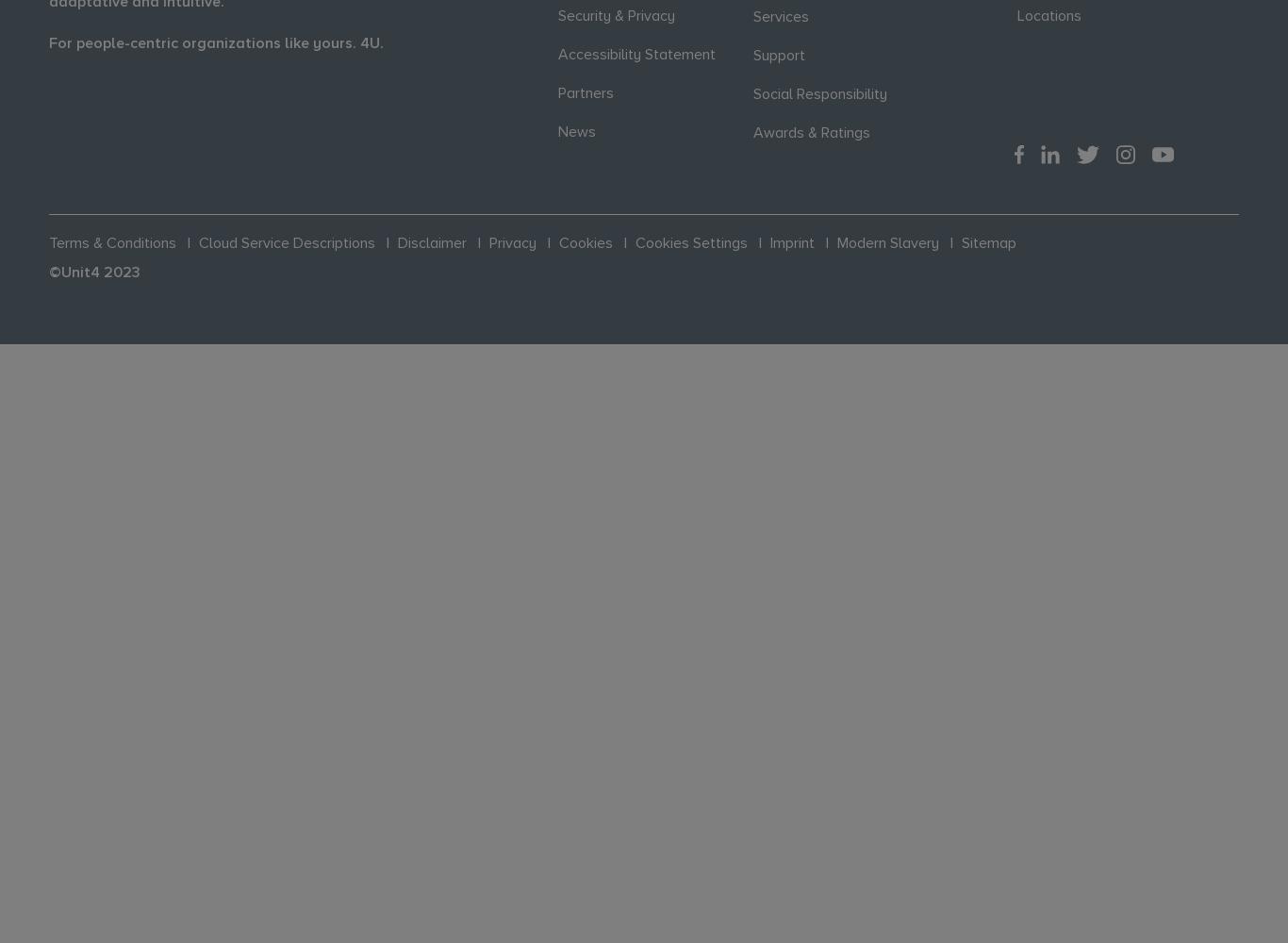 This screenshot has height=943, width=1288. I want to click on 'Sitemap', so click(987, 242).